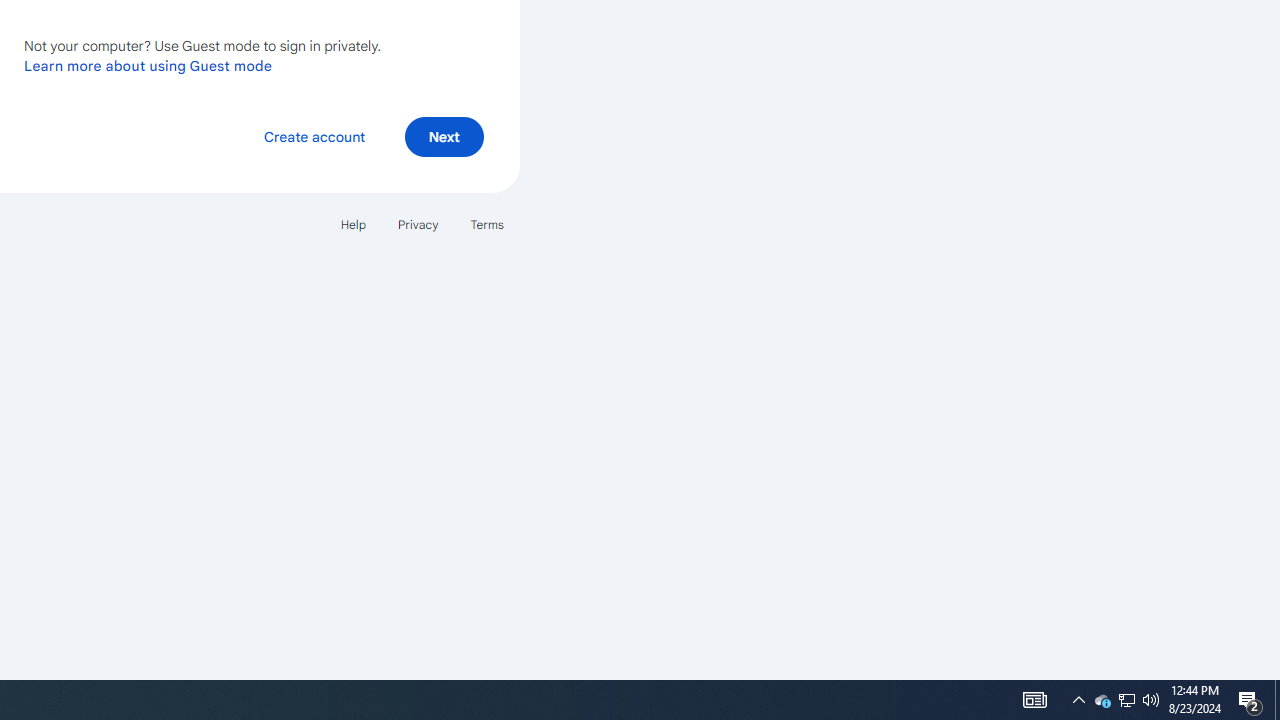  What do you see at coordinates (443, 135) in the screenshot?
I see `'Next'` at bounding box center [443, 135].